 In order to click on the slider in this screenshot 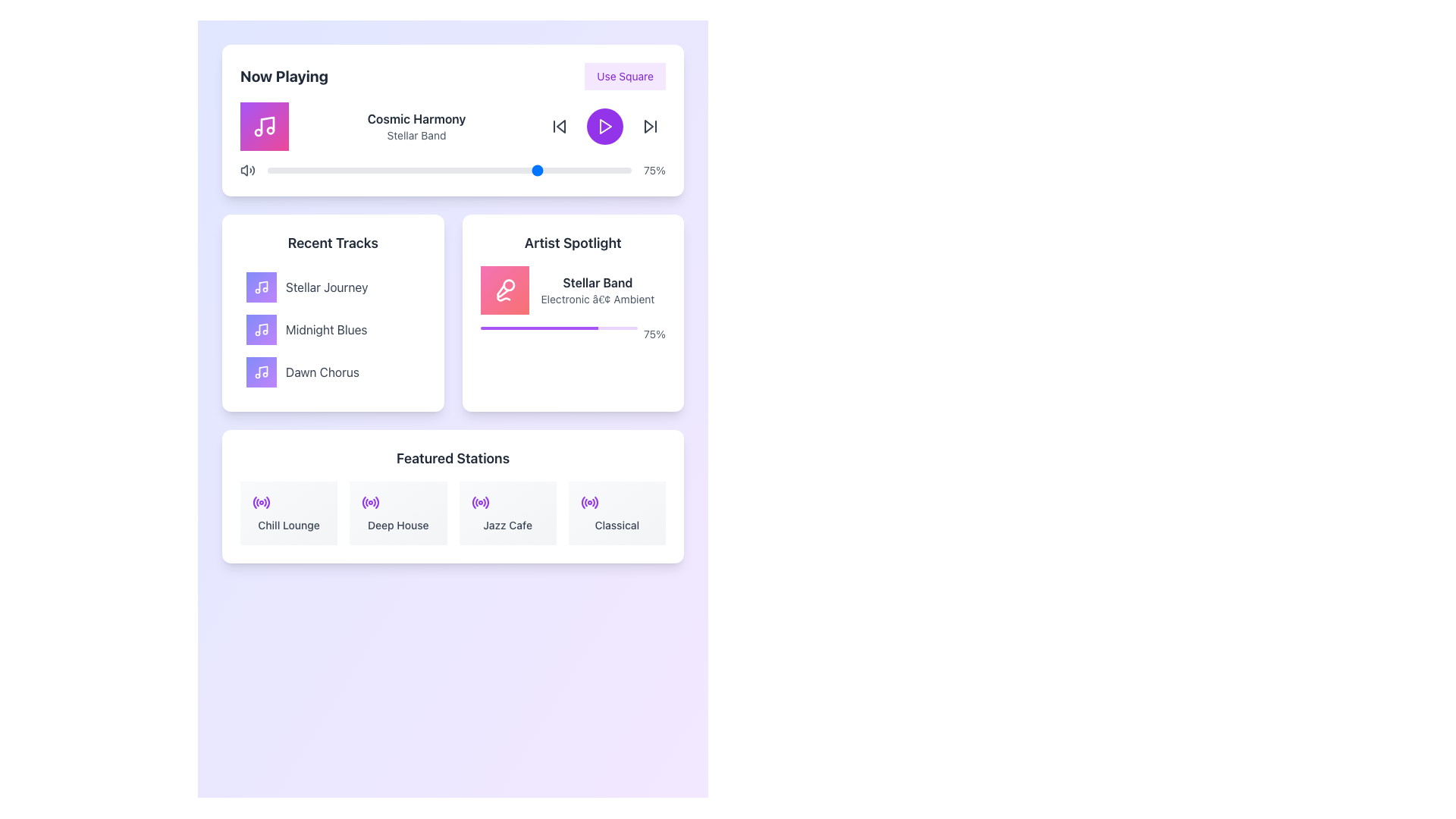, I will do `click(515, 170)`.